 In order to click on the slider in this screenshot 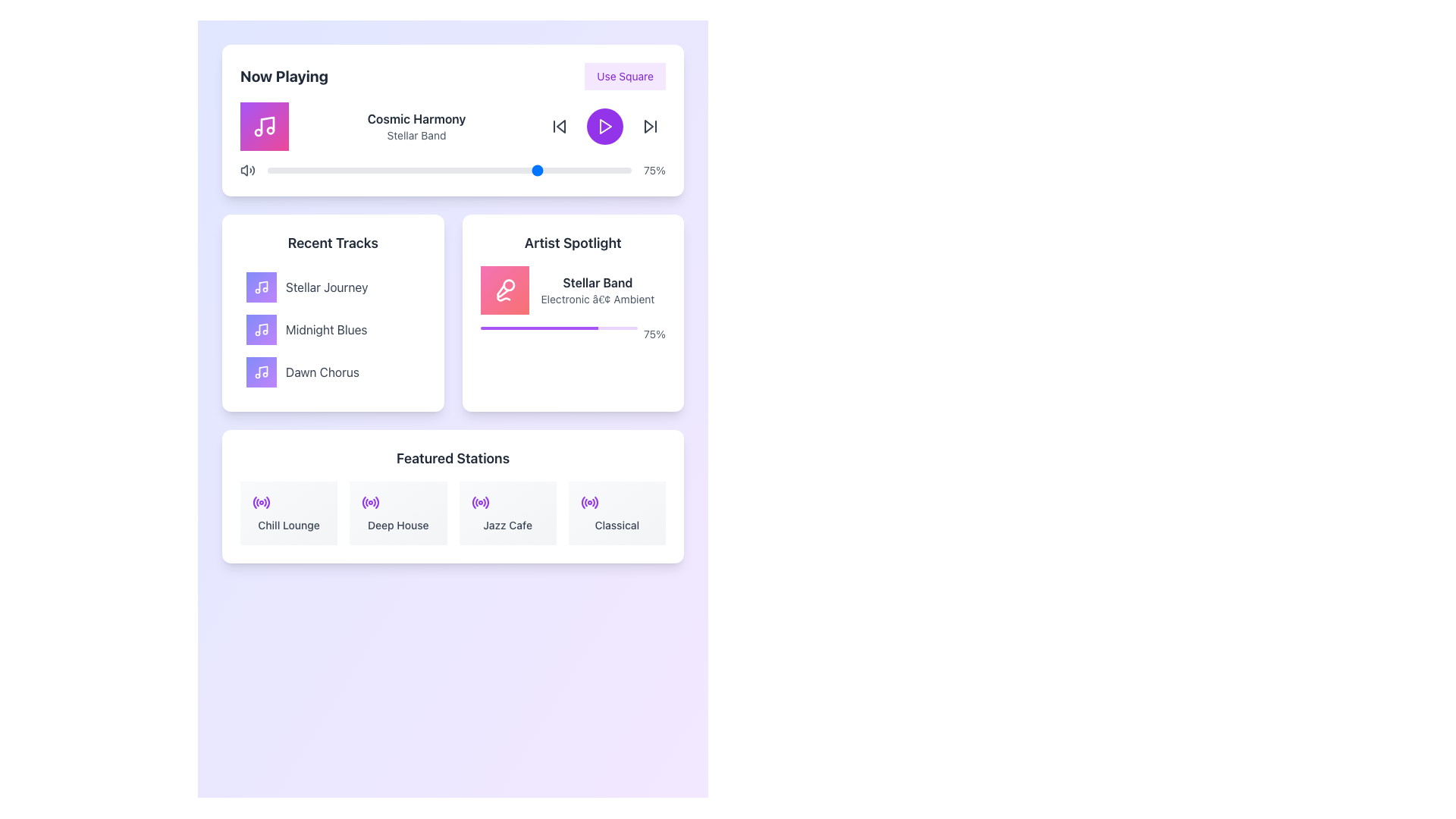, I will do `click(515, 170)`.